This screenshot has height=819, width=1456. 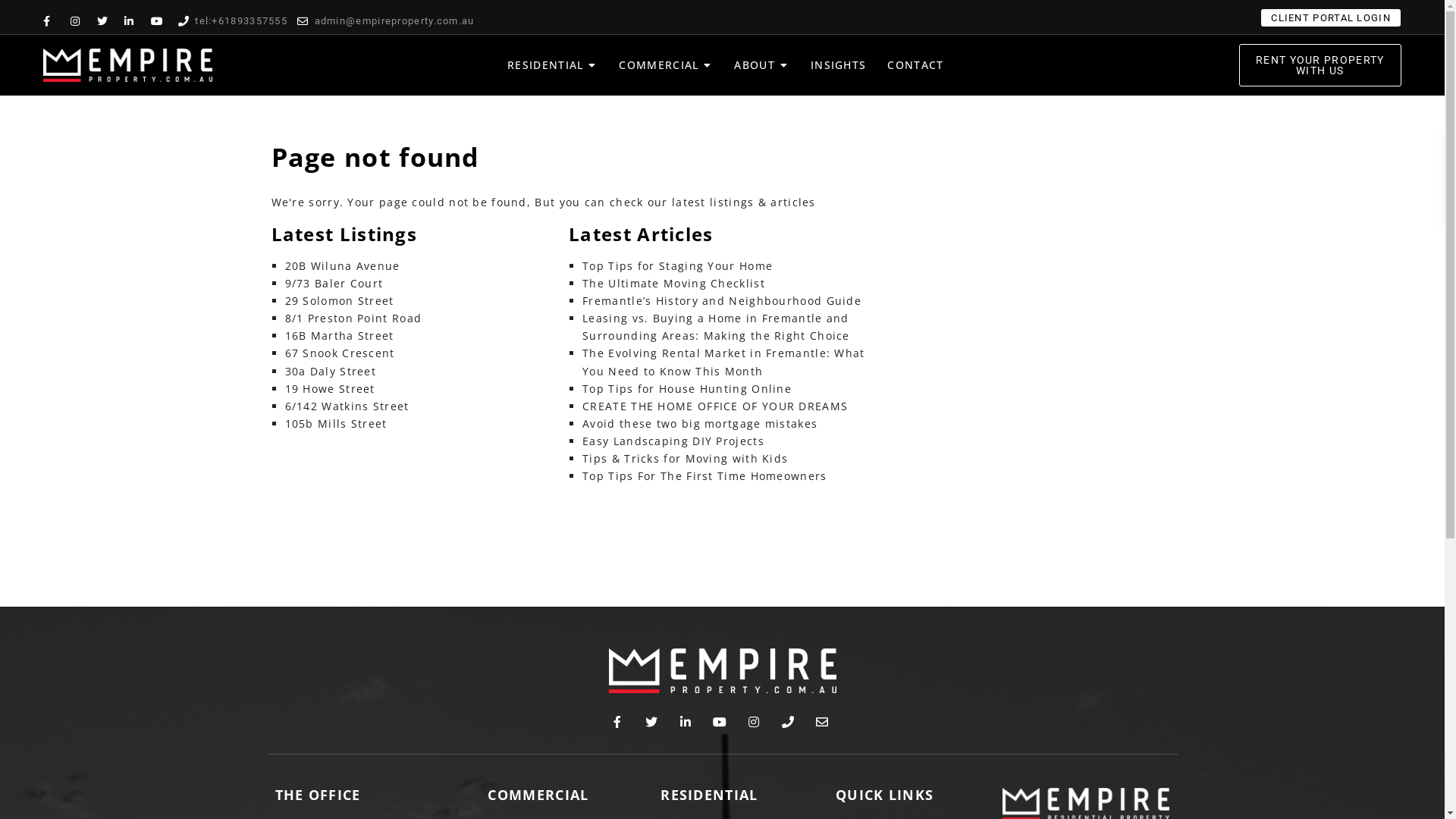 What do you see at coordinates (338, 300) in the screenshot?
I see `'29 Solomon Street'` at bounding box center [338, 300].